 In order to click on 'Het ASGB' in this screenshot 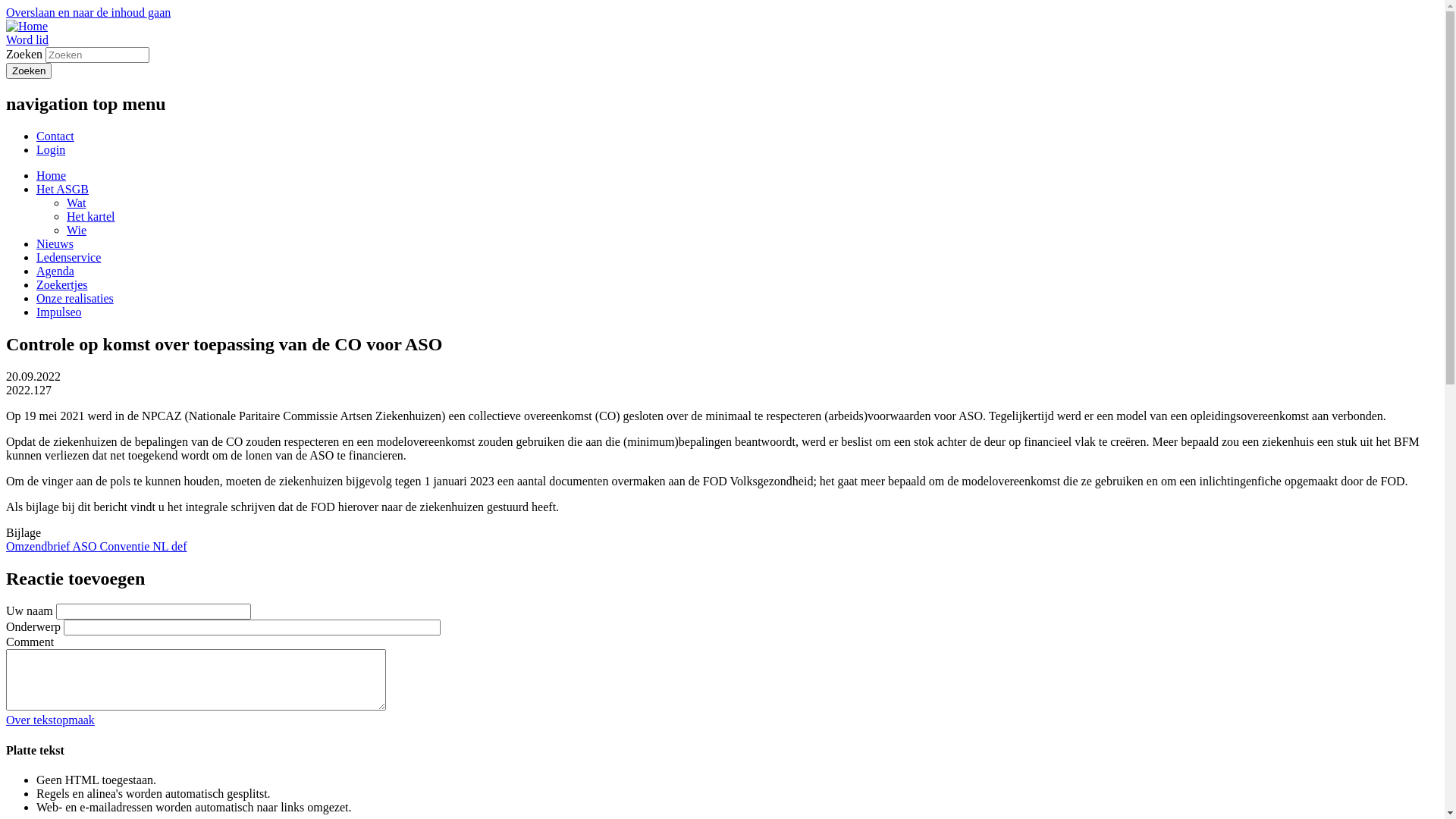, I will do `click(36, 188)`.